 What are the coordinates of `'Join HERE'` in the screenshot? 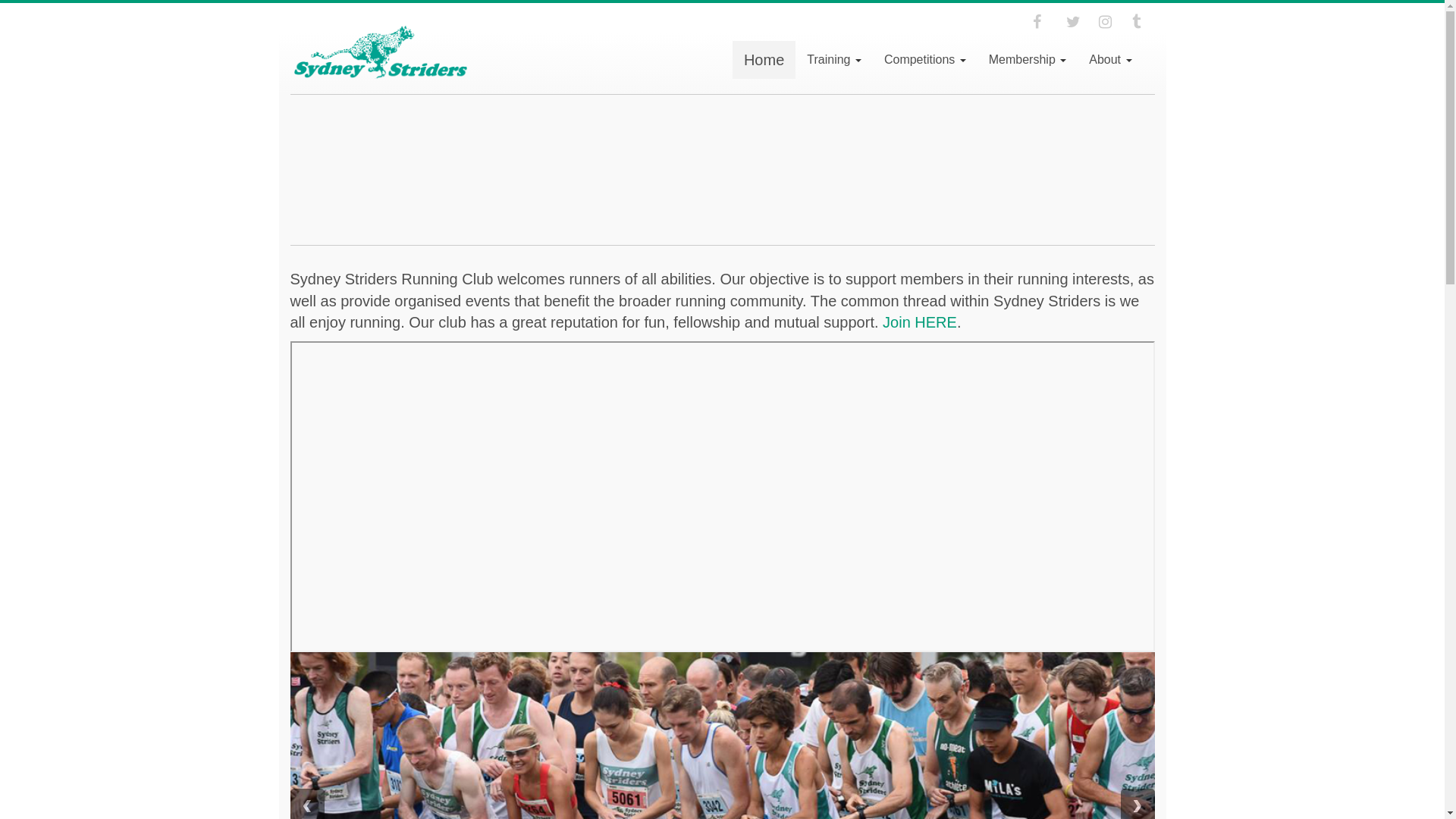 It's located at (919, 321).